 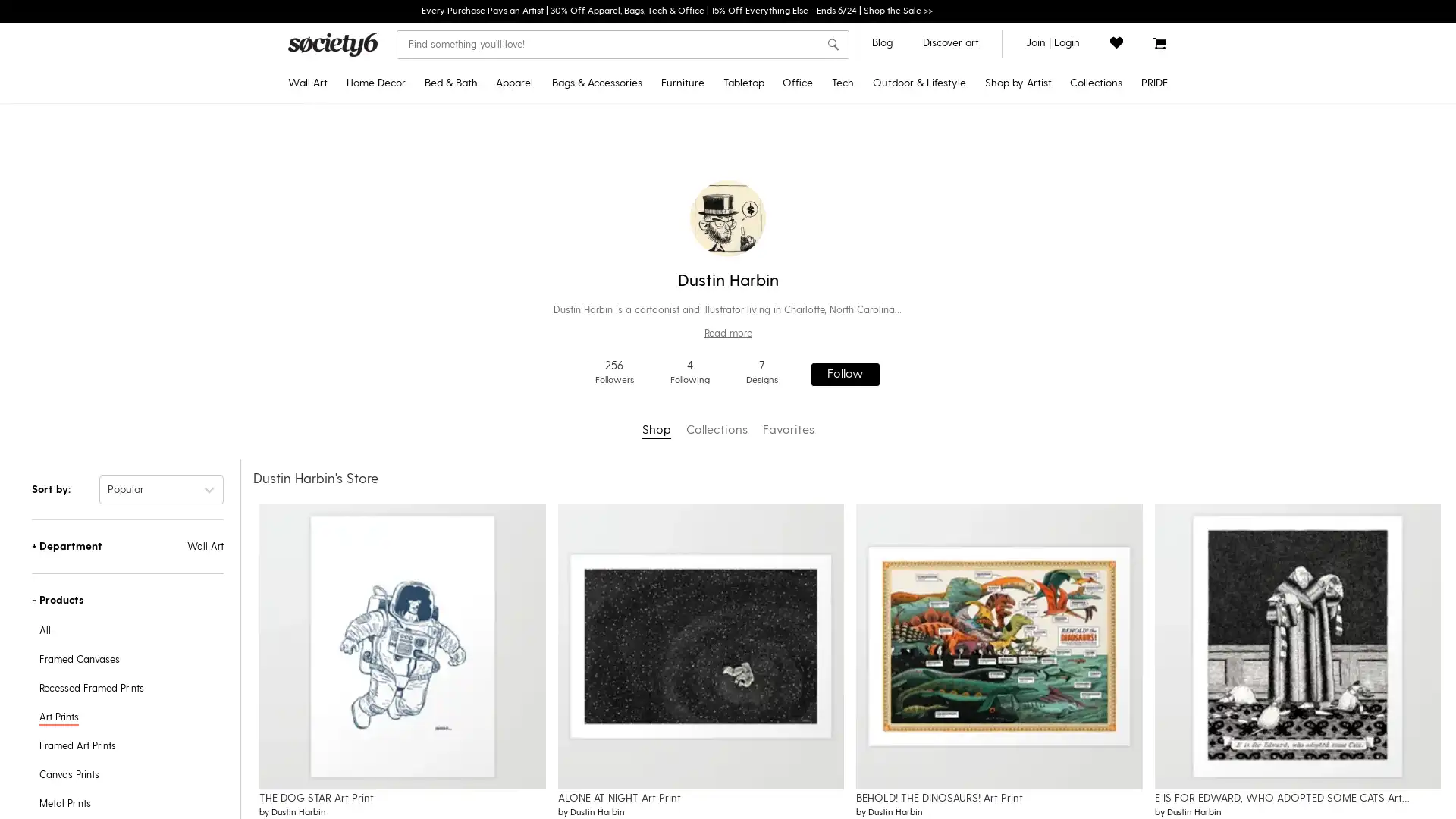 What do you see at coordinates (708, 219) in the screenshot?
I see `Side Tables` at bounding box center [708, 219].